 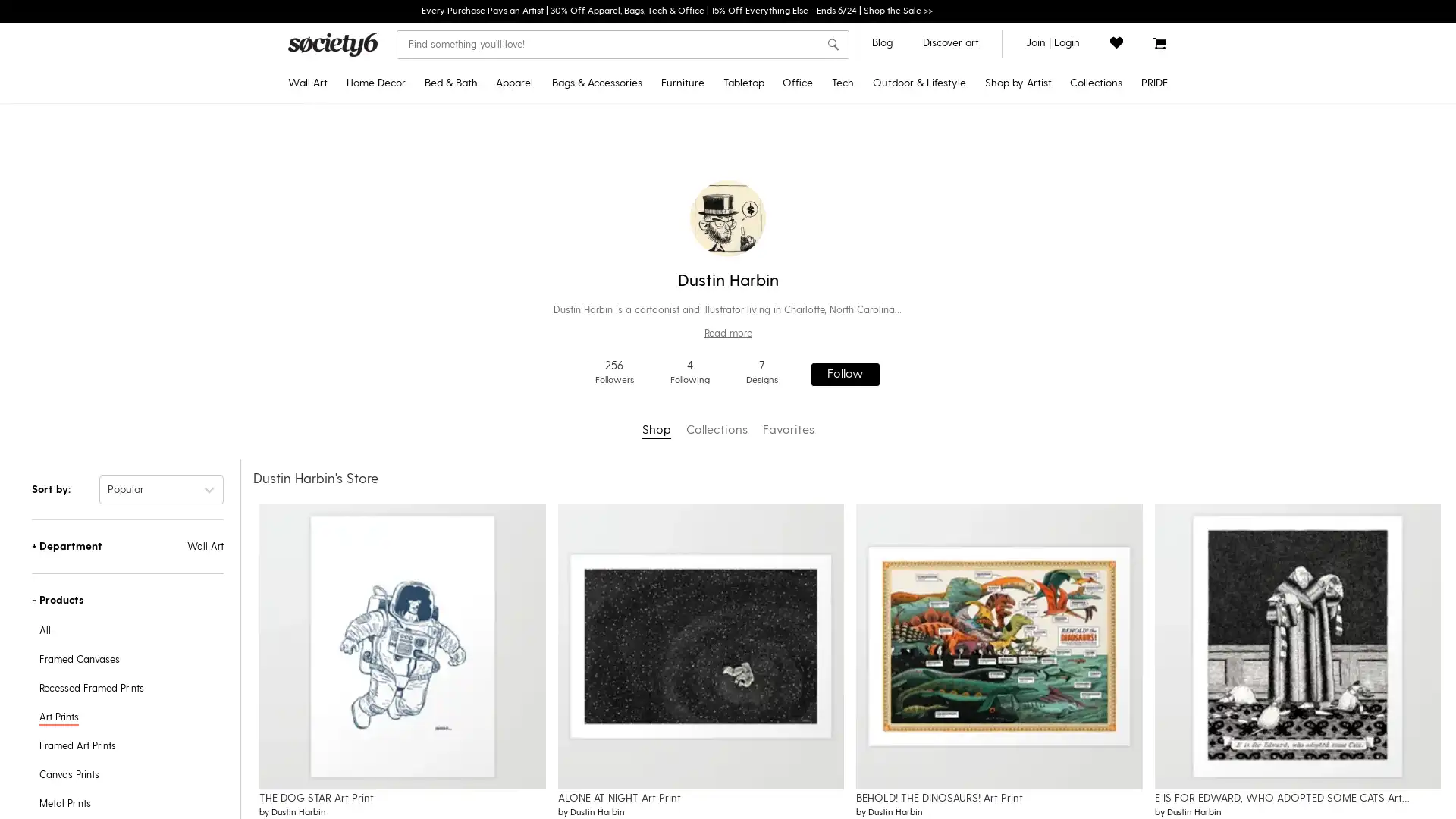 What do you see at coordinates (708, 219) in the screenshot?
I see `Side Tables` at bounding box center [708, 219].